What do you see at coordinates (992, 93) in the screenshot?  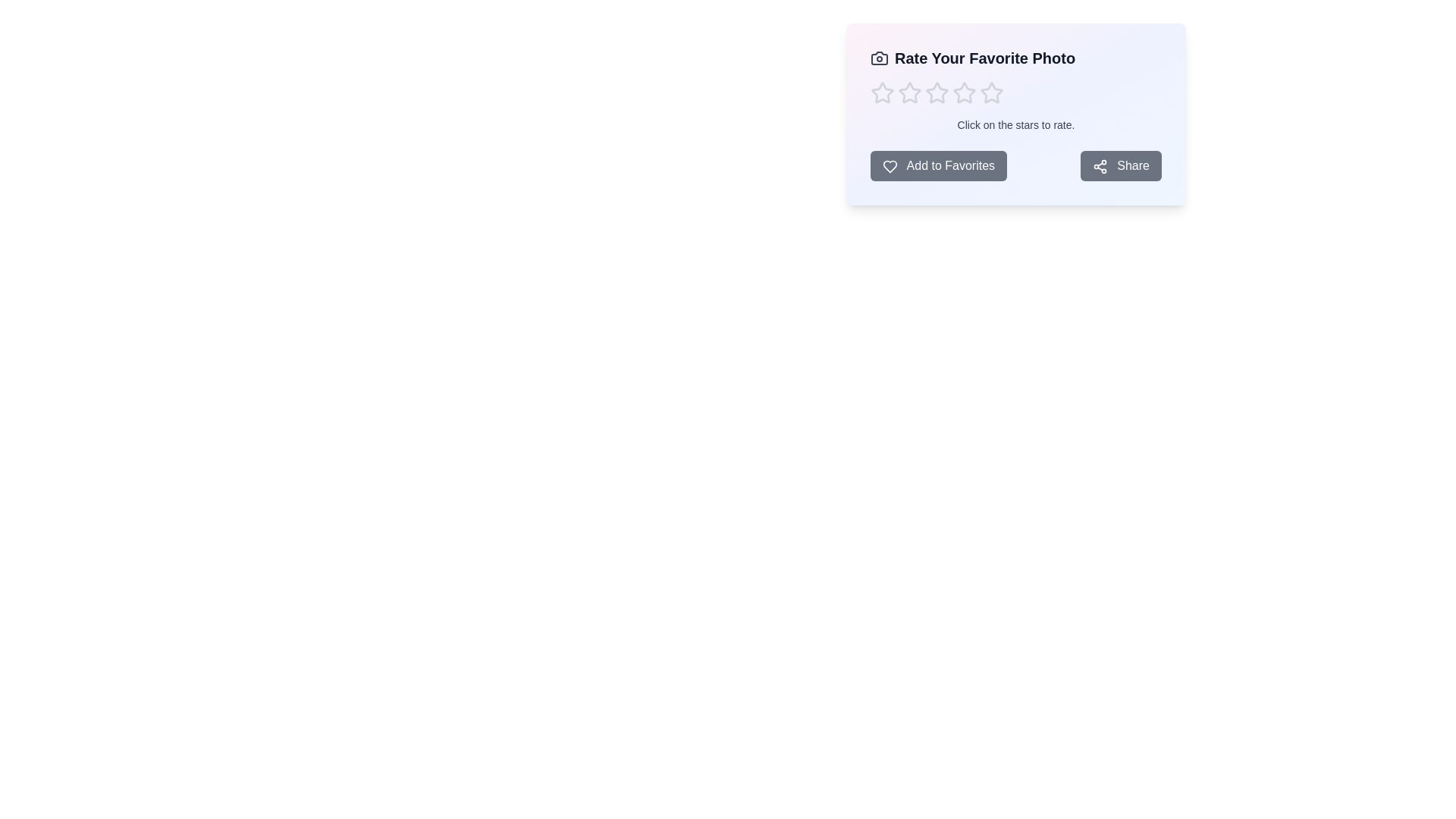 I see `the fifth star icon in the horizontal arrangement to rate it in the 'Rate Your Favorite Photo' section` at bounding box center [992, 93].